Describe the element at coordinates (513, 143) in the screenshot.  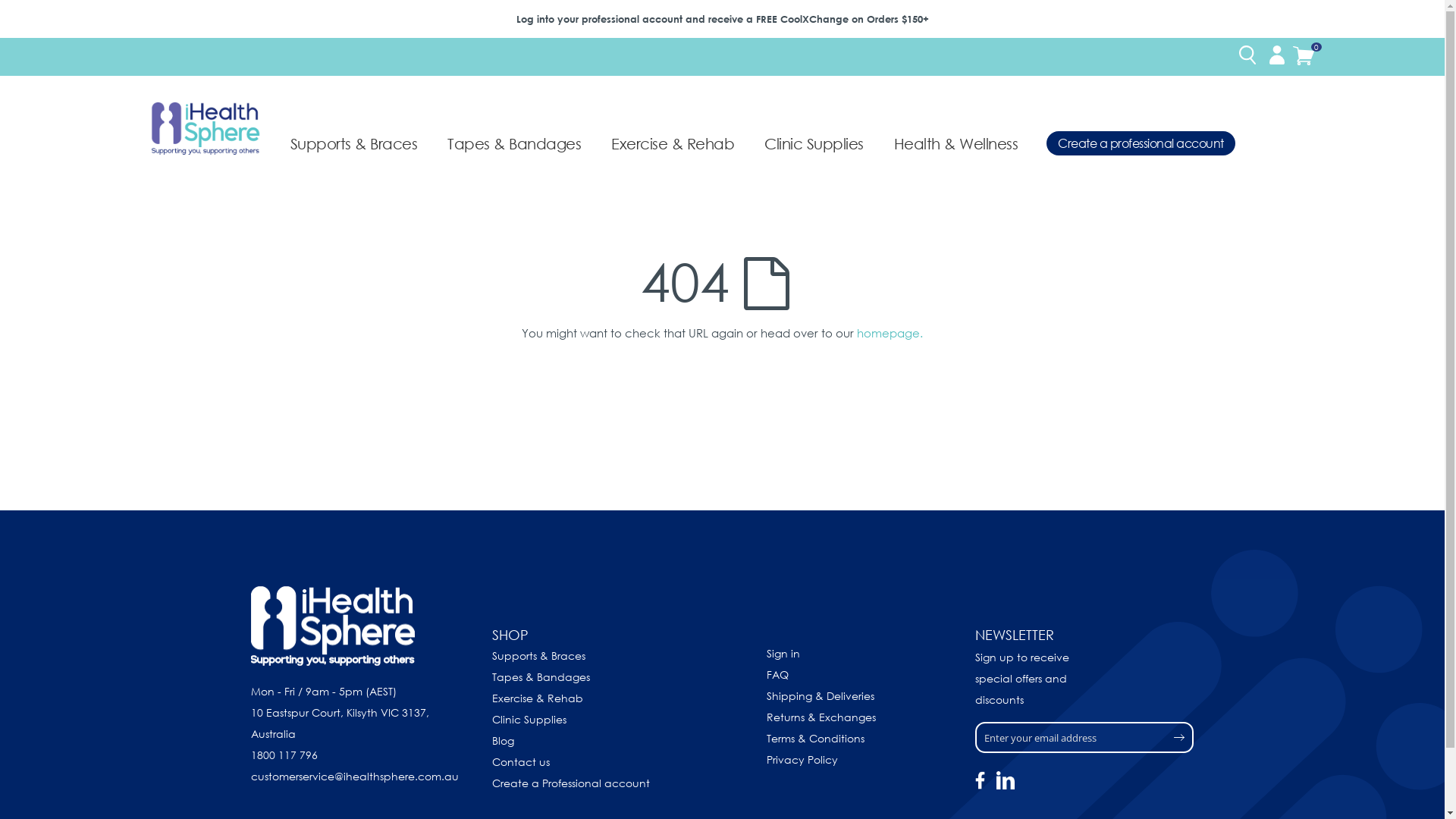
I see `'Tapes & Bandages'` at that location.